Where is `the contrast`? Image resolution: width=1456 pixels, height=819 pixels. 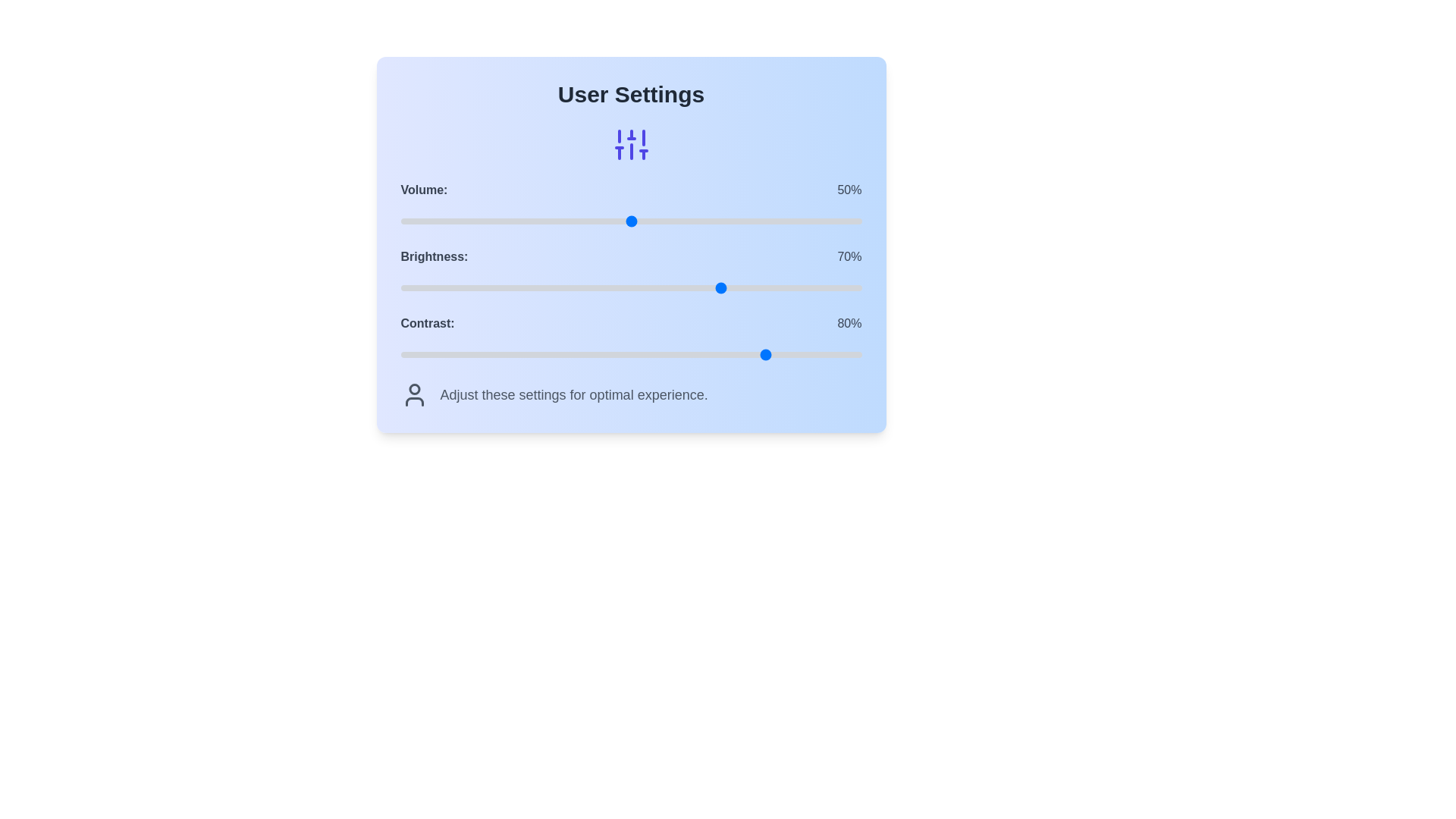 the contrast is located at coordinates (493, 354).